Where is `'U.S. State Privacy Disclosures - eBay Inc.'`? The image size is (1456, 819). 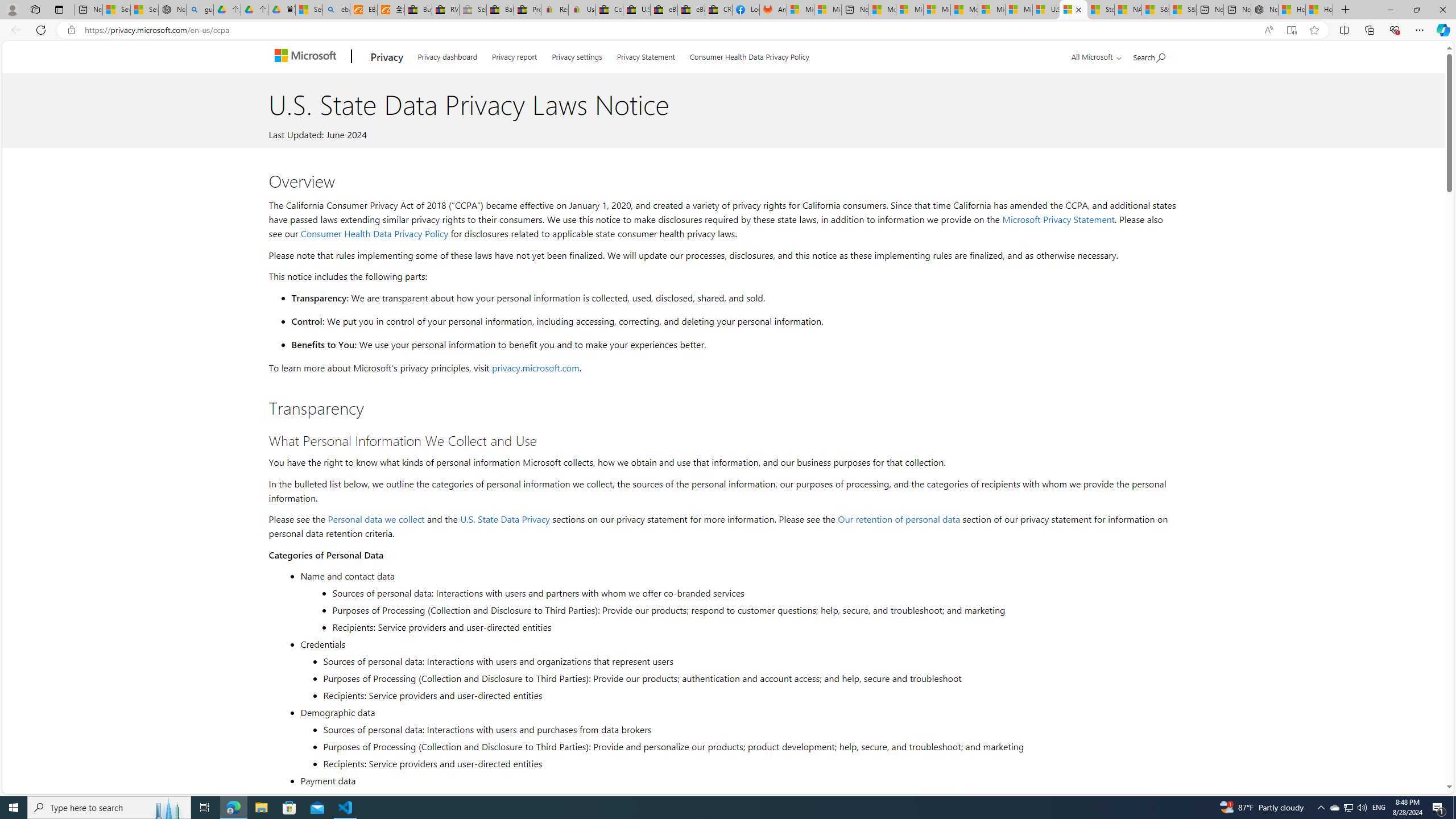
'U.S. State Privacy Disclosures - eBay Inc.' is located at coordinates (637, 9).